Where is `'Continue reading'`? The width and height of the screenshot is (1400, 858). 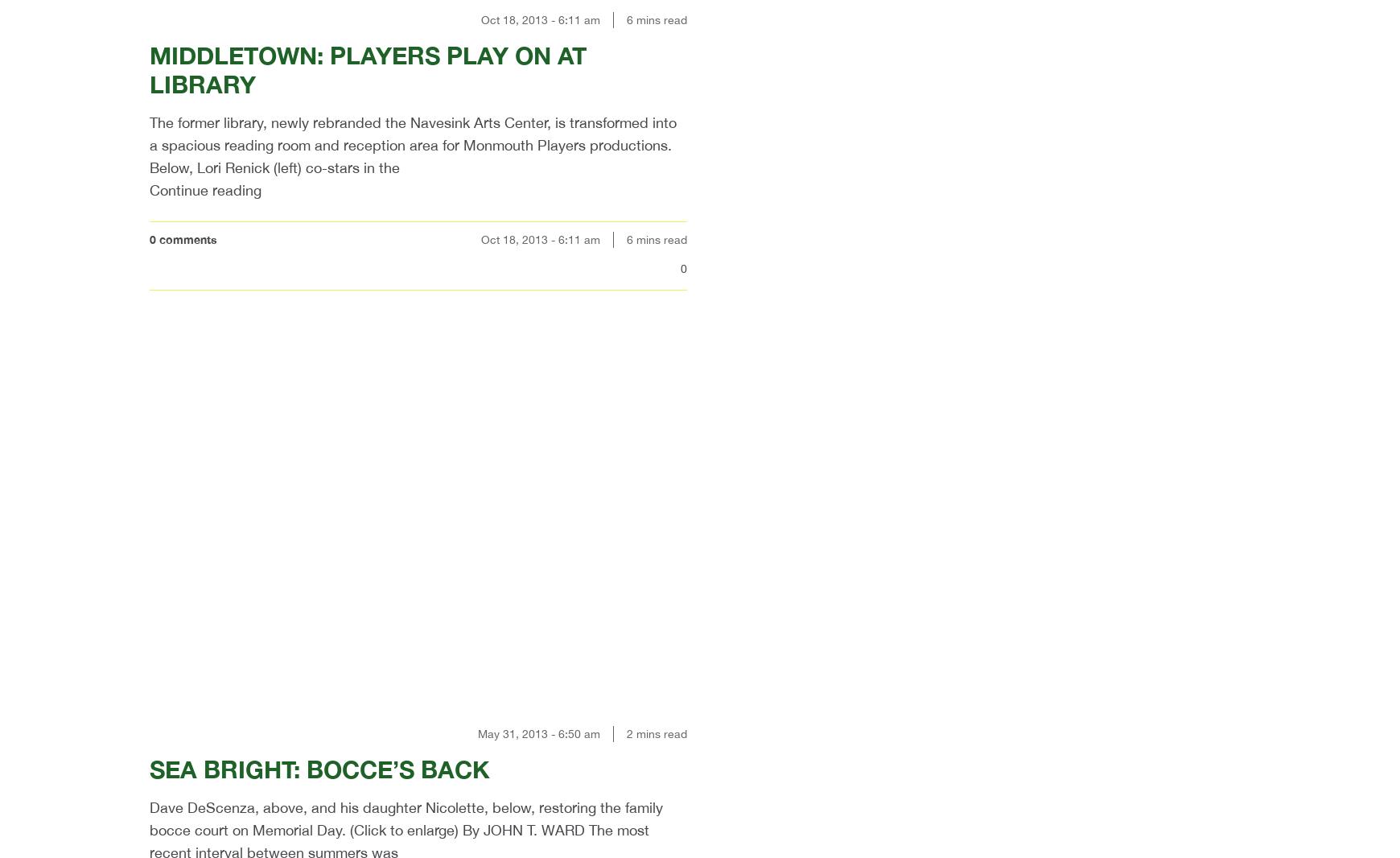
'Continue reading' is located at coordinates (205, 188).